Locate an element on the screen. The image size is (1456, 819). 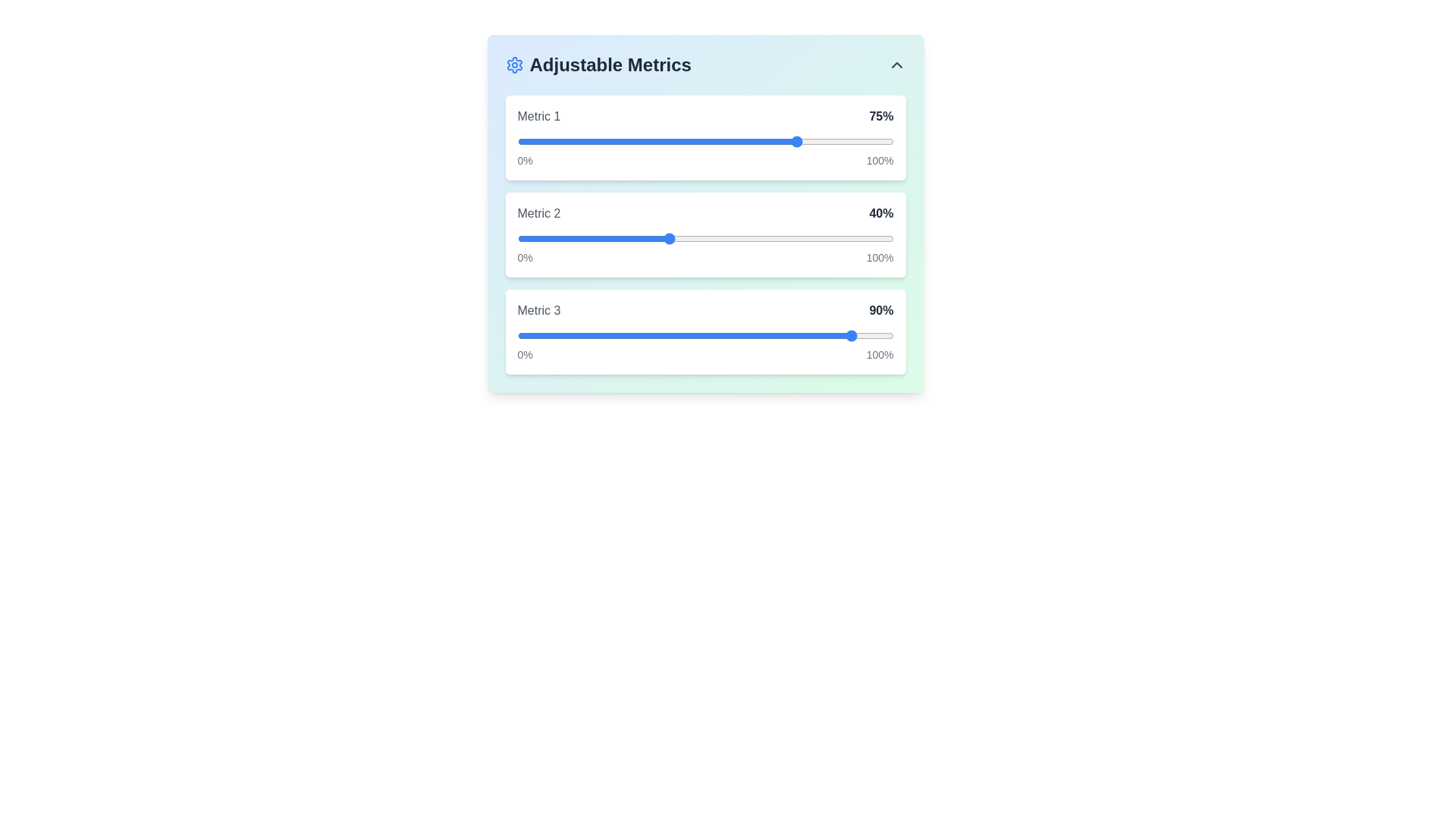
the Metric 2 slider is located at coordinates (708, 239).